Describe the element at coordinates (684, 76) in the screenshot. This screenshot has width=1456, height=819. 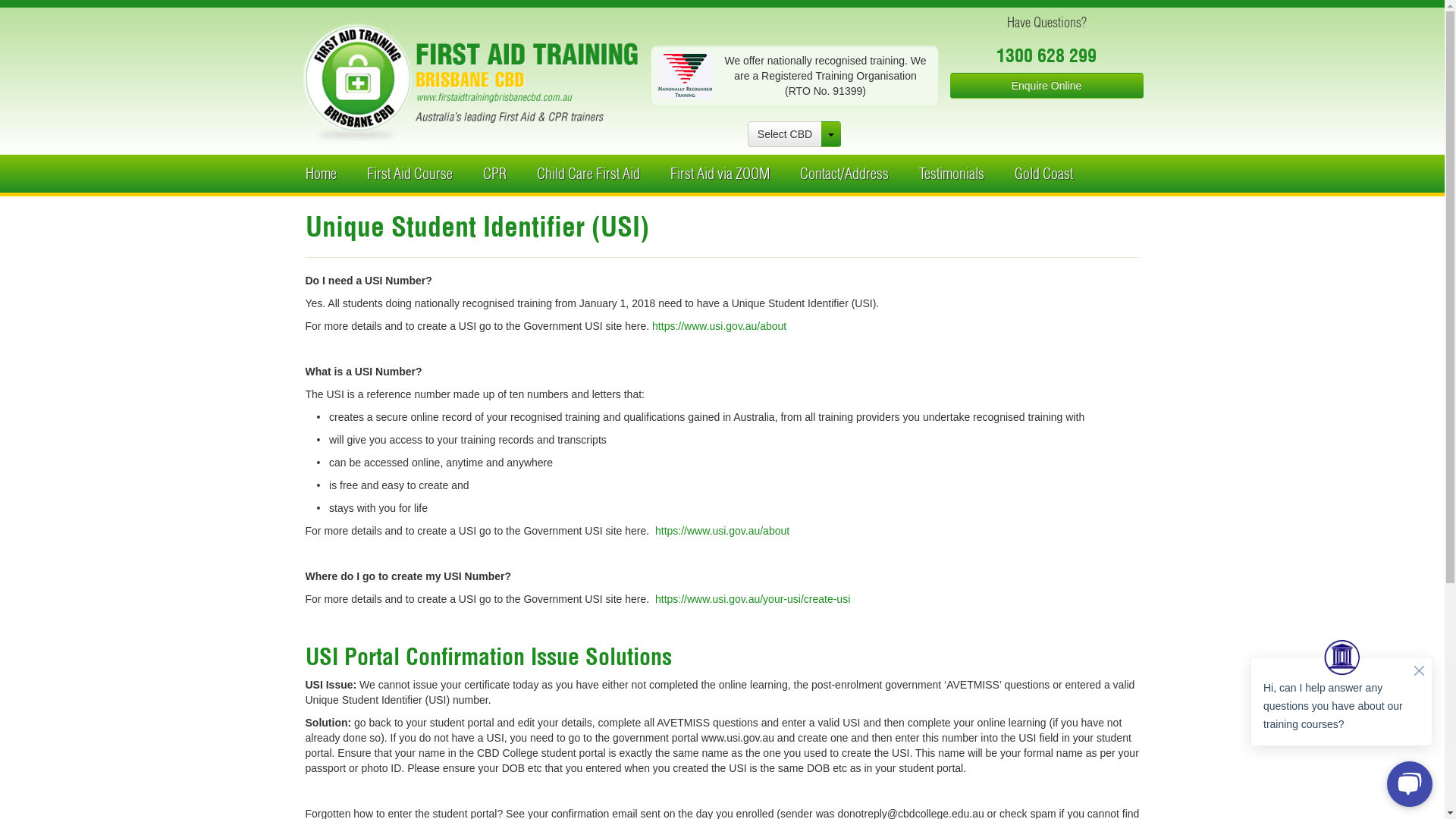
I see `'Nationally Recognized Training'` at that location.